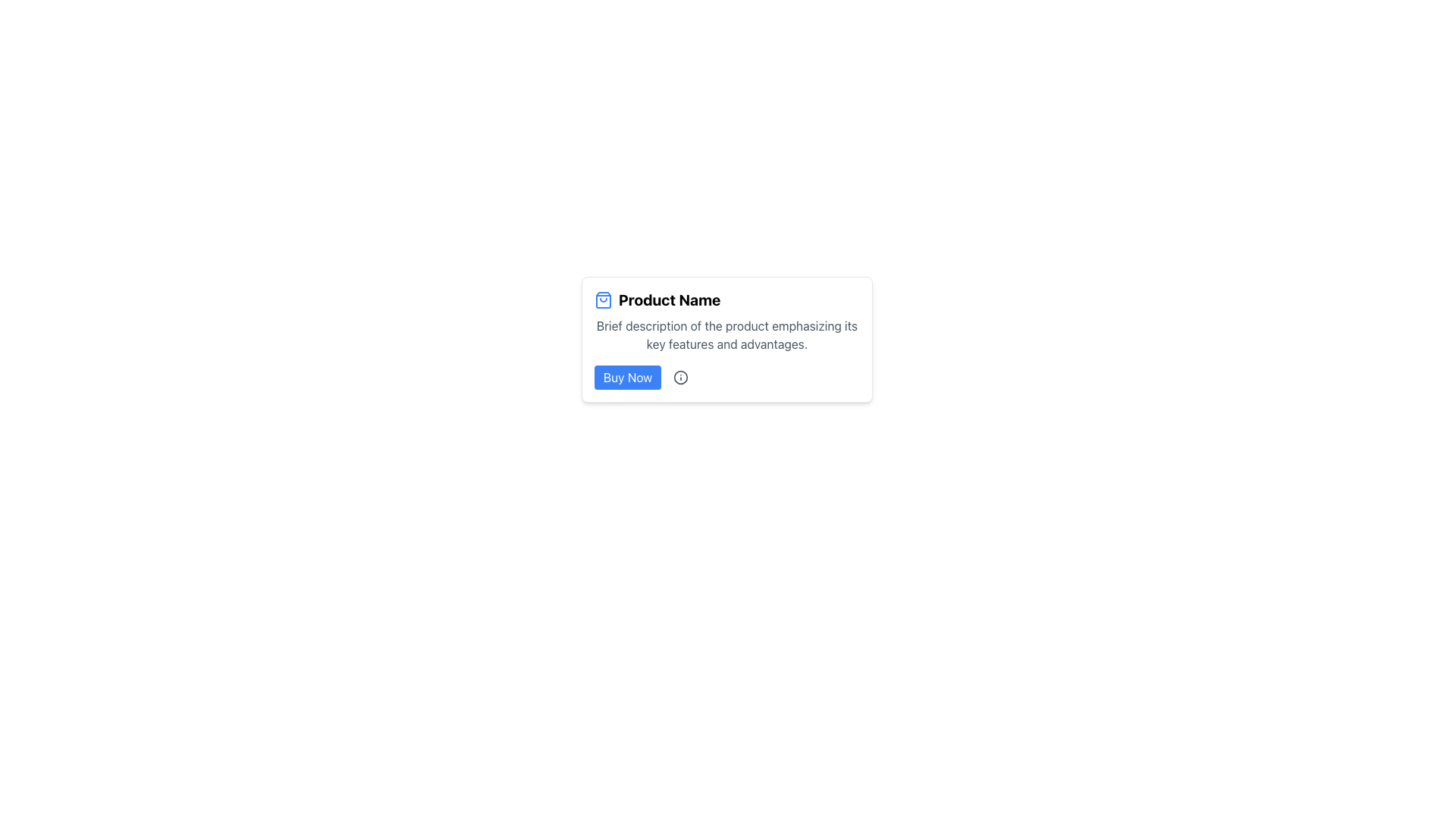 This screenshot has width=1456, height=819. I want to click on the rectangular blue 'Buy Now' button with white text to initiate a purchase, so click(628, 376).